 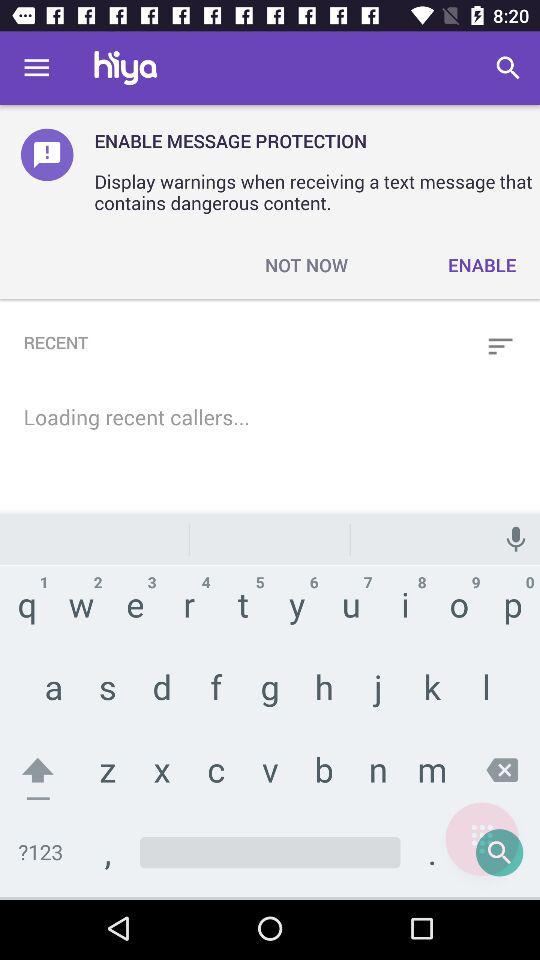 What do you see at coordinates (481, 839) in the screenshot?
I see `menu page` at bounding box center [481, 839].